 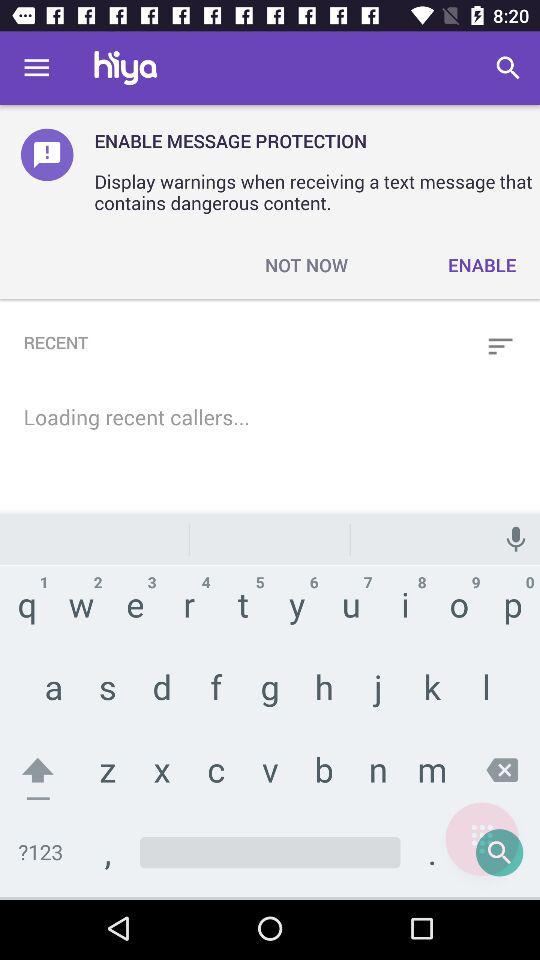 What do you see at coordinates (481, 839) in the screenshot?
I see `menu page` at bounding box center [481, 839].